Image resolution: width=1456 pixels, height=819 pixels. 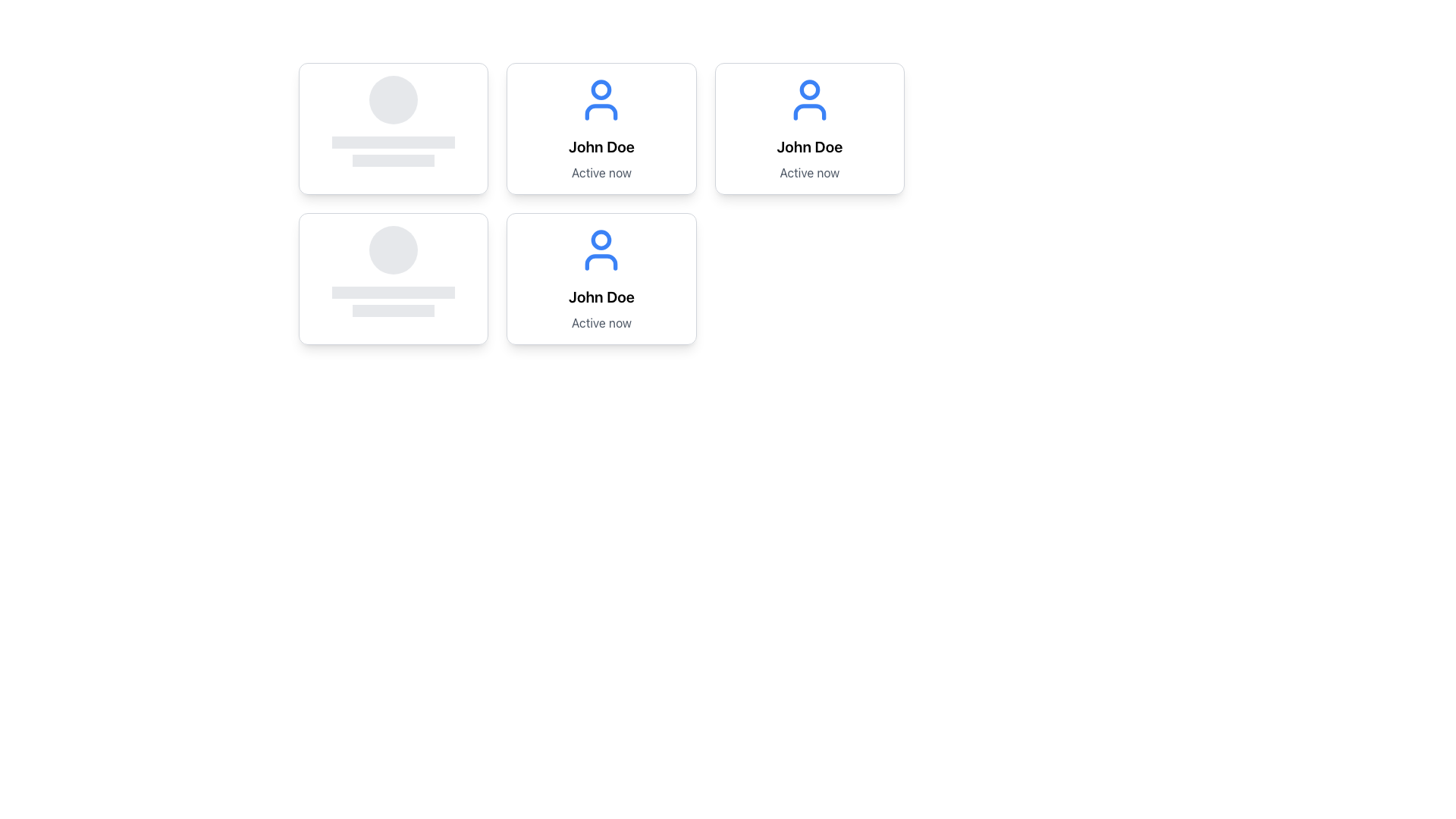 What do you see at coordinates (394, 271) in the screenshot?
I see `the Placeholder Card element, which displays a gray box layout mimicking a profile image and text lines, located in the second row and first column of a 3x2 grid` at bounding box center [394, 271].